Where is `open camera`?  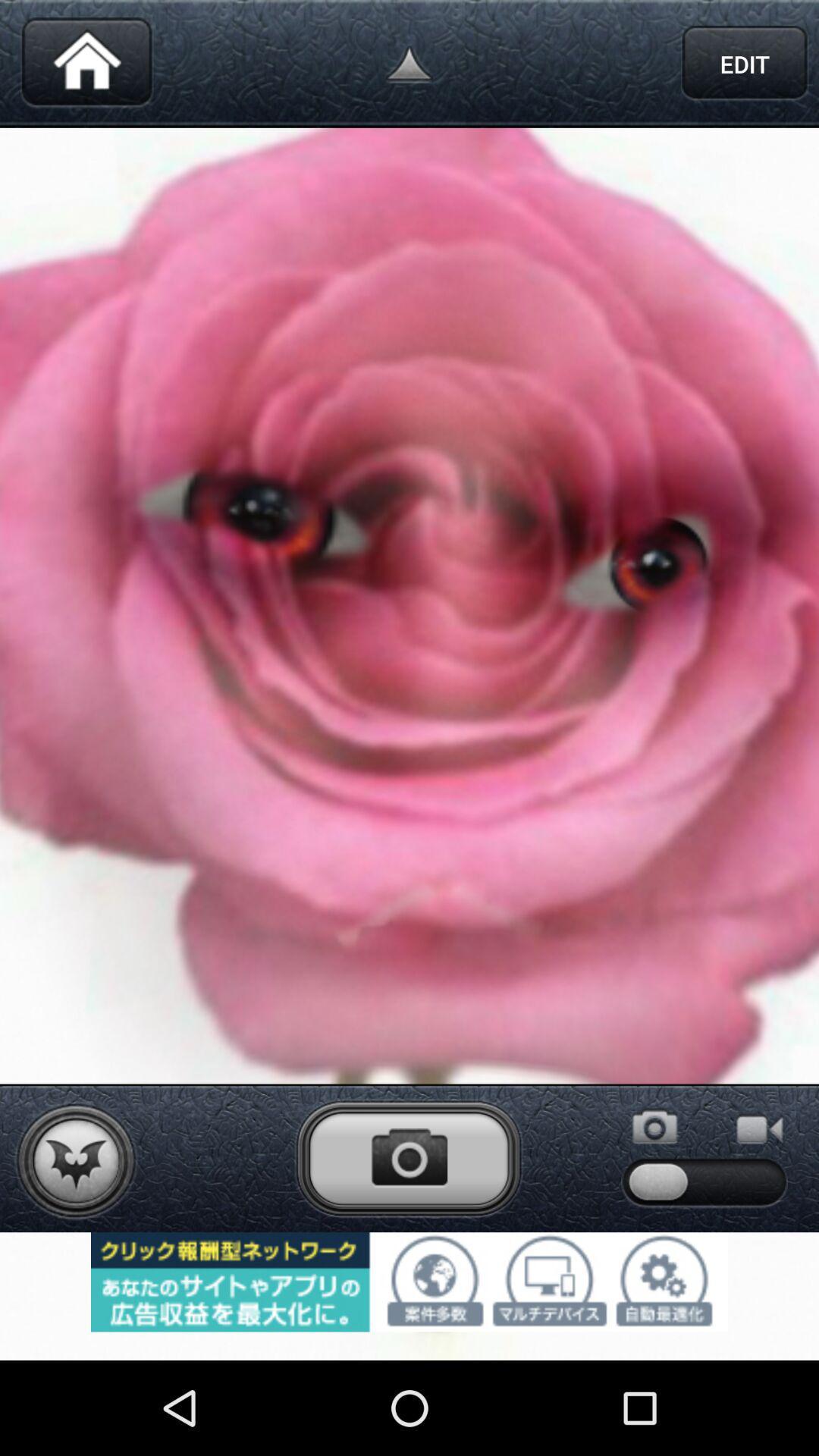
open camera is located at coordinates (408, 1157).